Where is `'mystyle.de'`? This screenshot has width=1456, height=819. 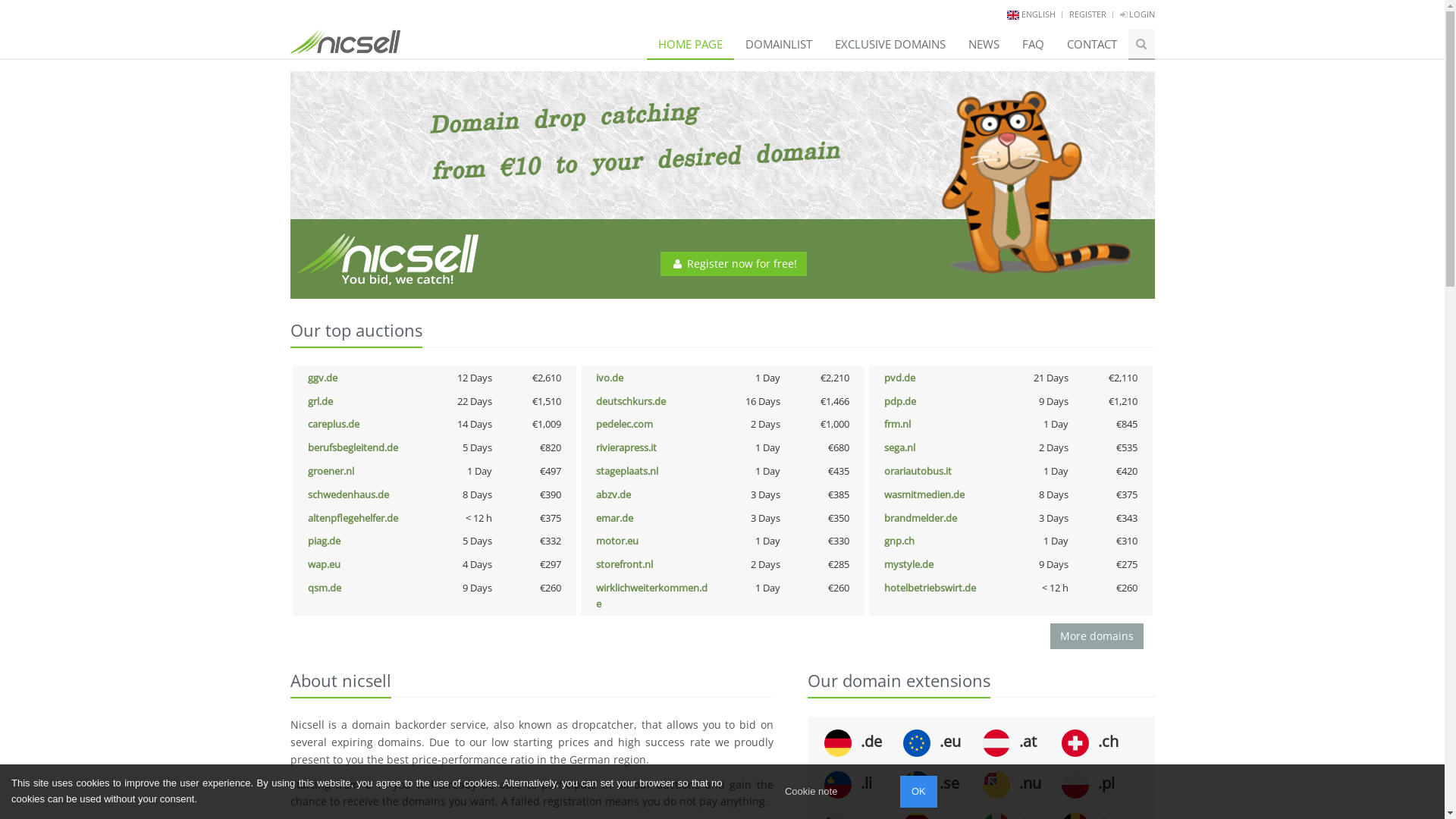
'mystyle.de' is located at coordinates (908, 564).